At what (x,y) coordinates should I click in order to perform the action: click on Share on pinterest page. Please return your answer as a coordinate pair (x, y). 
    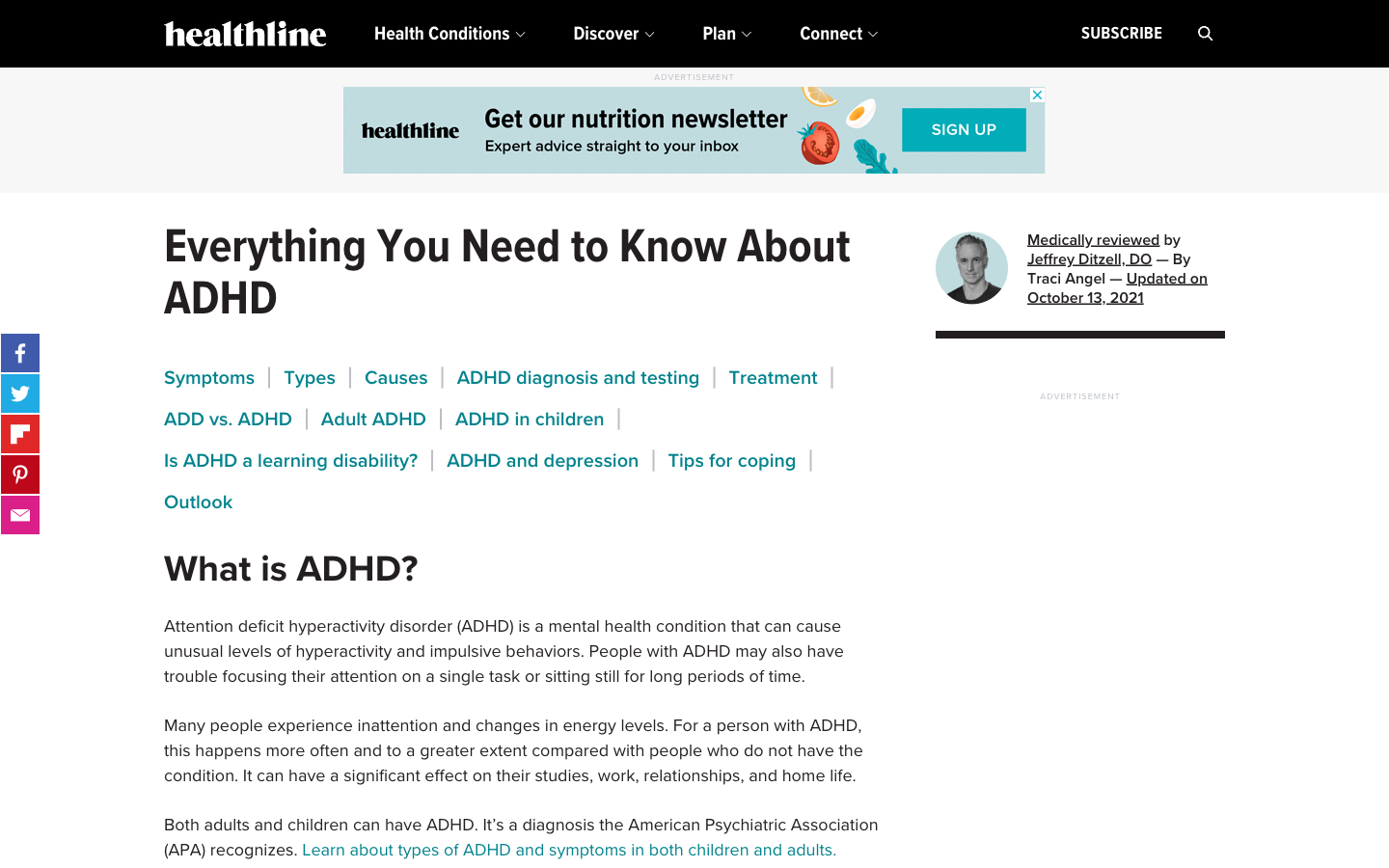
    Looking at the image, I should click on (19, 474).